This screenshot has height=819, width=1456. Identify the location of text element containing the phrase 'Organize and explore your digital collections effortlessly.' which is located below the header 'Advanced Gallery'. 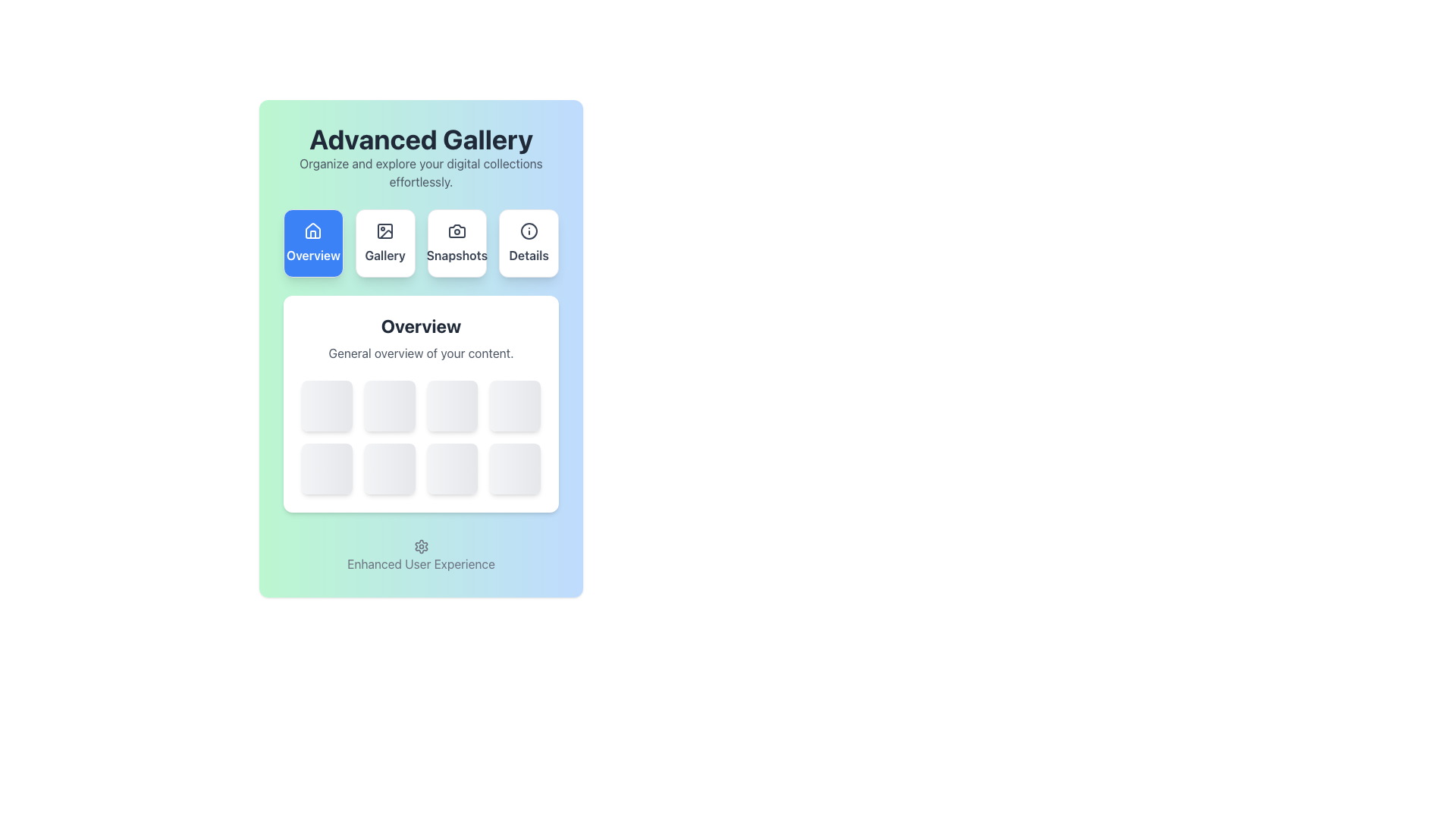
(421, 171).